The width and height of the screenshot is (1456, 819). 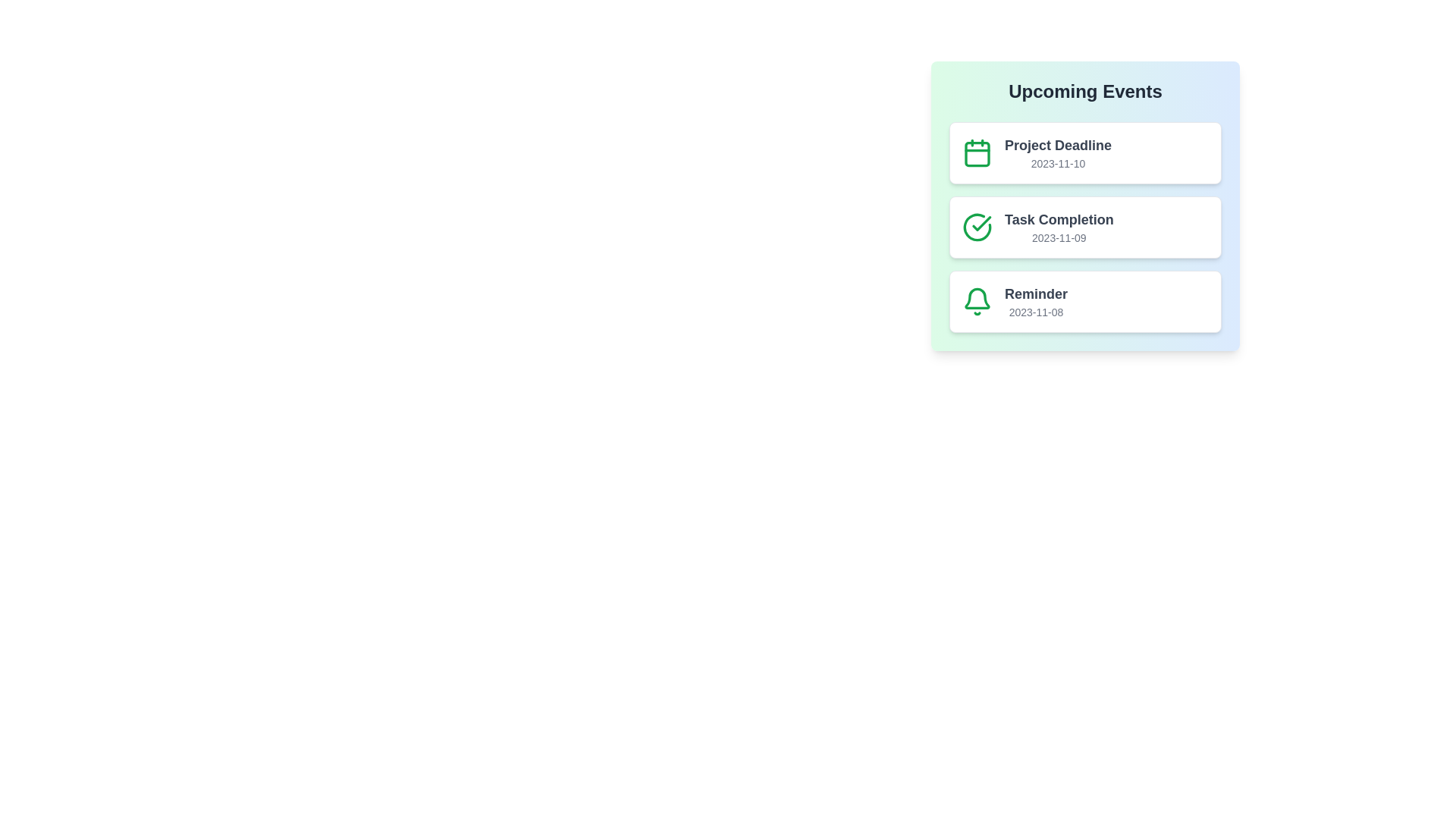 I want to click on the text 'Project Deadline' to select it, so click(x=1084, y=152).